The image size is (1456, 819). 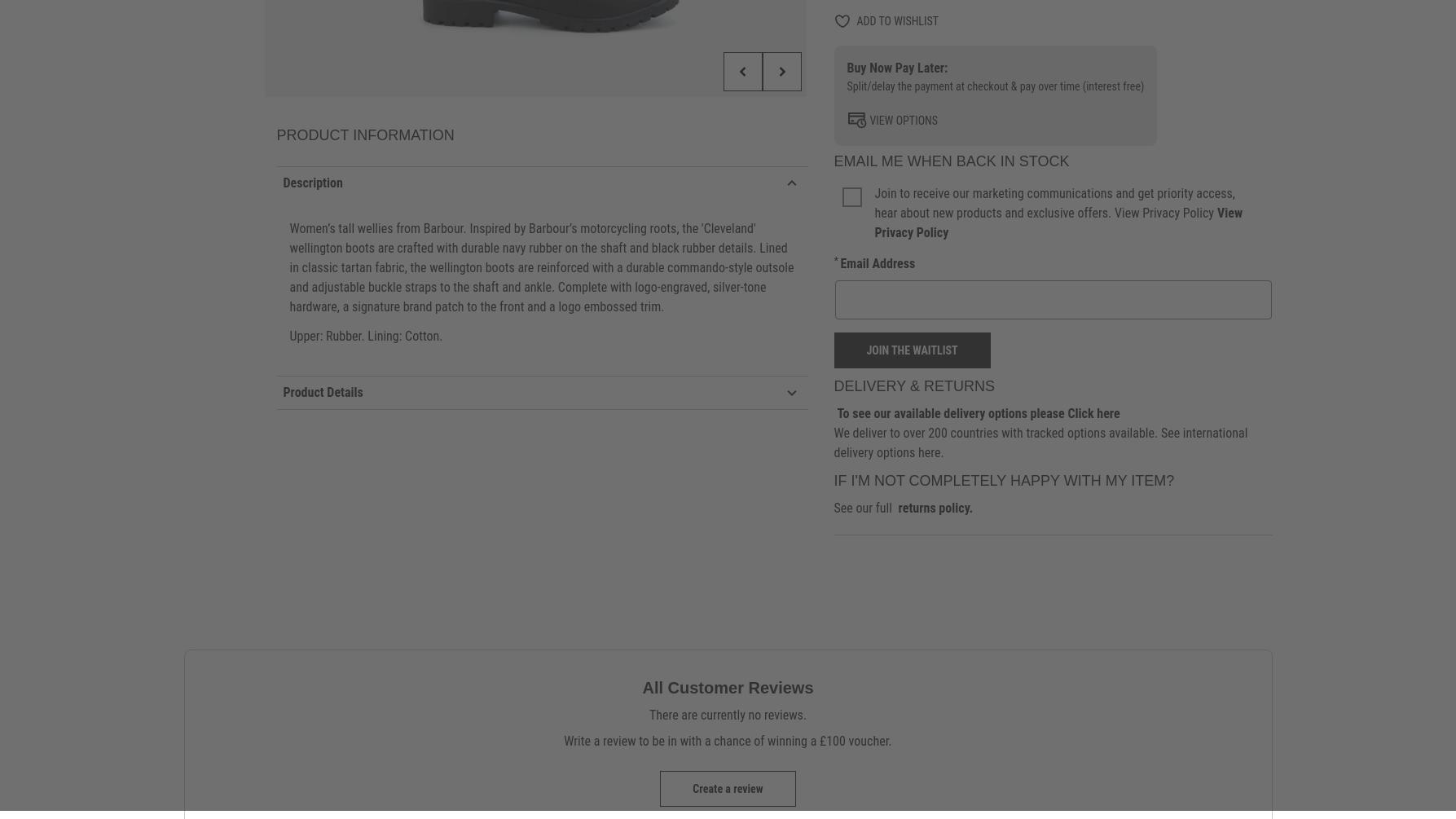 I want to click on 'Add to wishlist', so click(x=897, y=21).